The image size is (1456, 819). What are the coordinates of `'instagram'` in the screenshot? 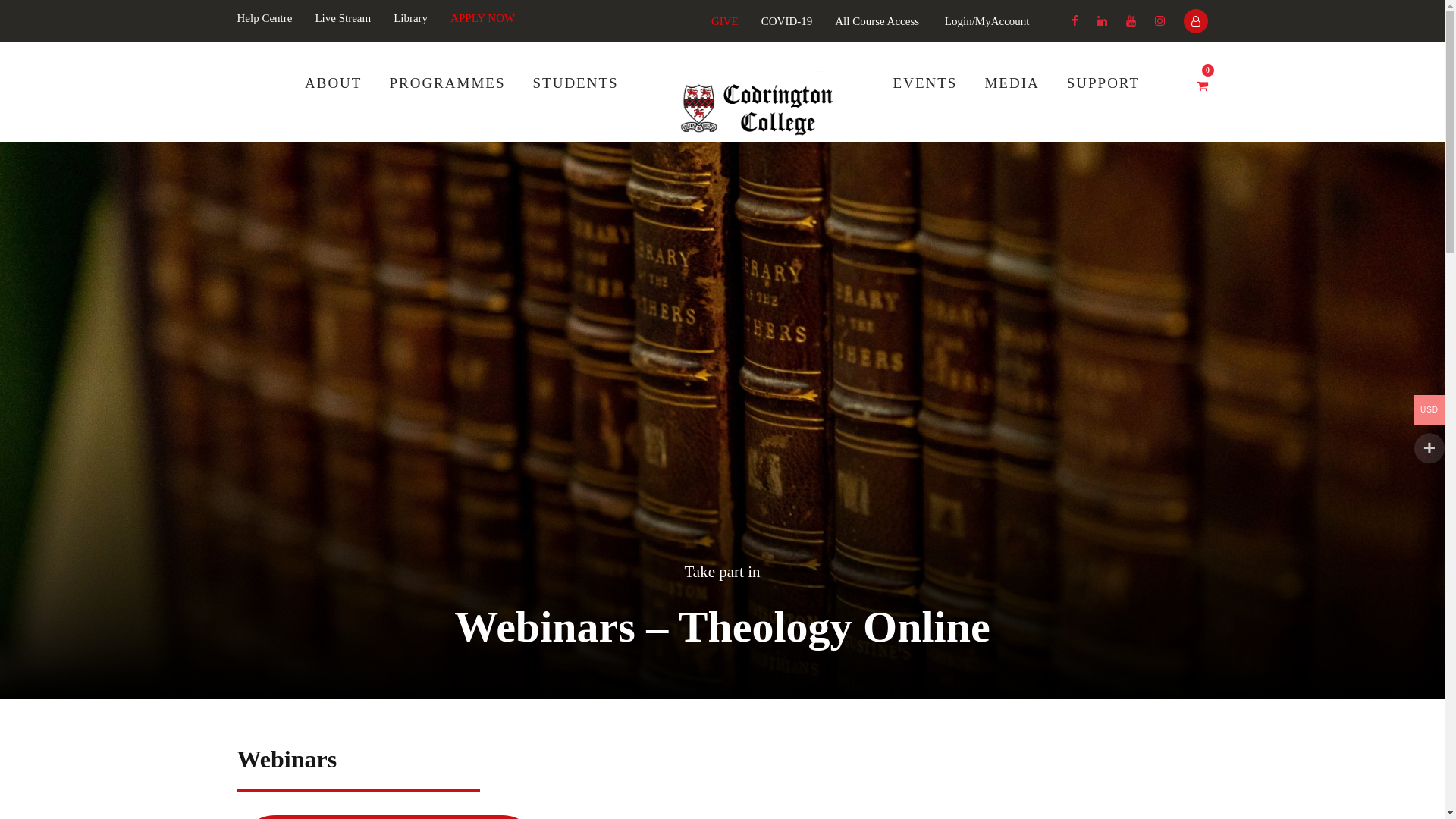 It's located at (1158, 20).